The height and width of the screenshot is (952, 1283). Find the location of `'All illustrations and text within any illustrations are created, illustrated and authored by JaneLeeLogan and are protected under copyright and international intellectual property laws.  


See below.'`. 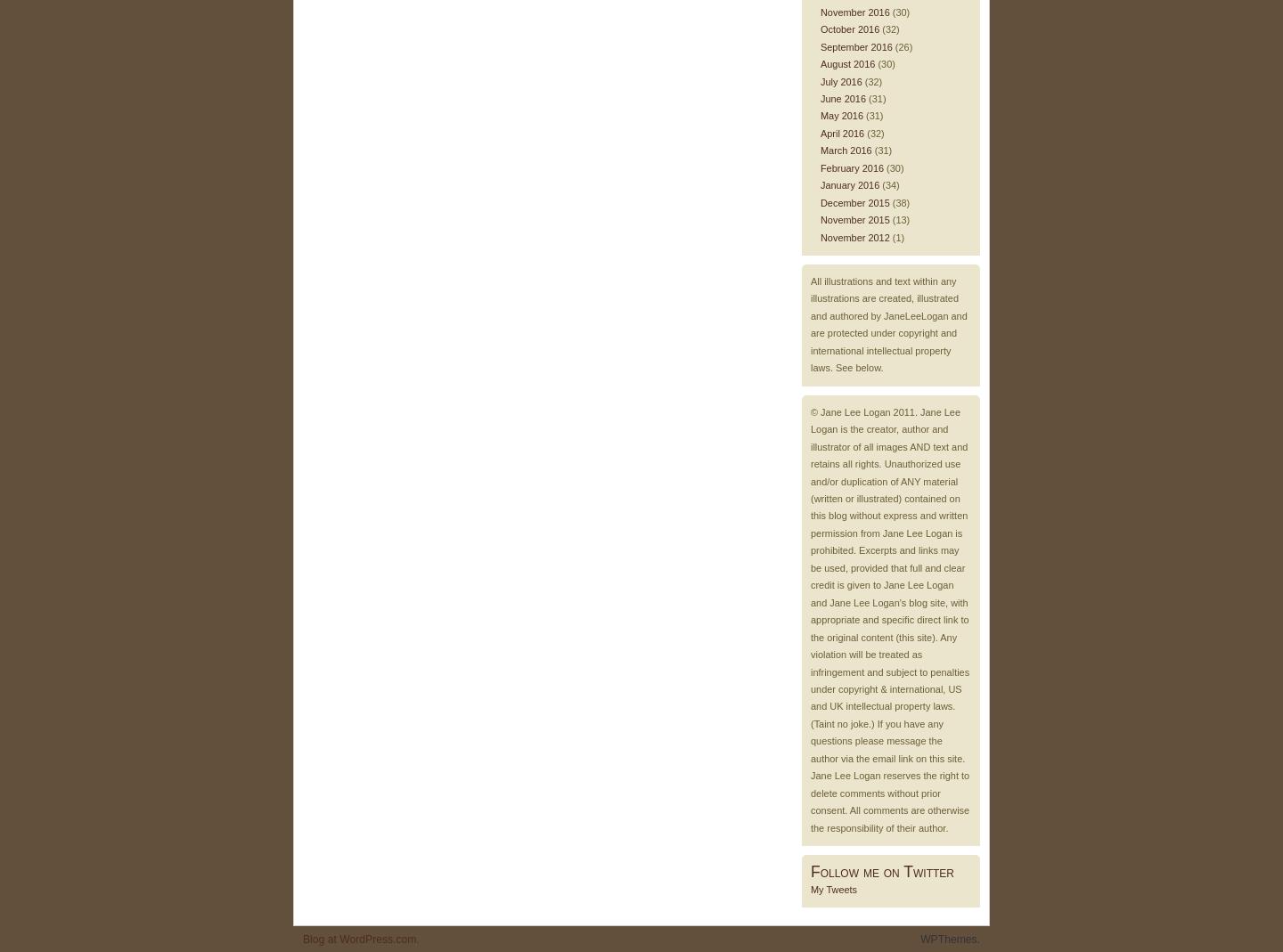

'All illustrations and text within any illustrations are created, illustrated and authored by JaneLeeLogan and are protected under copyright and international intellectual property laws.  


See below.' is located at coordinates (887, 324).